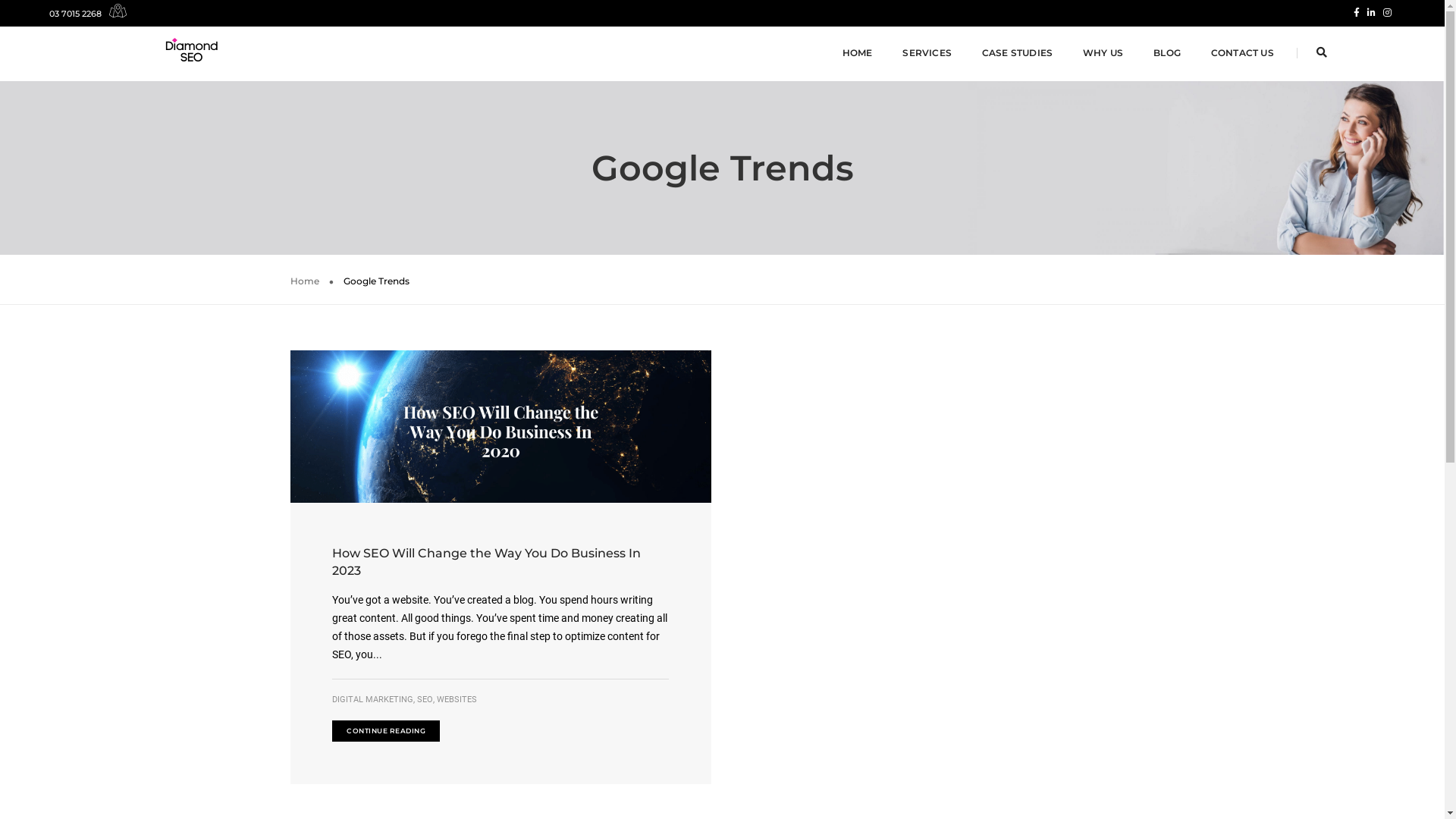 Image resolution: width=1456 pixels, height=819 pixels. What do you see at coordinates (858, 52) in the screenshot?
I see `'HOME'` at bounding box center [858, 52].